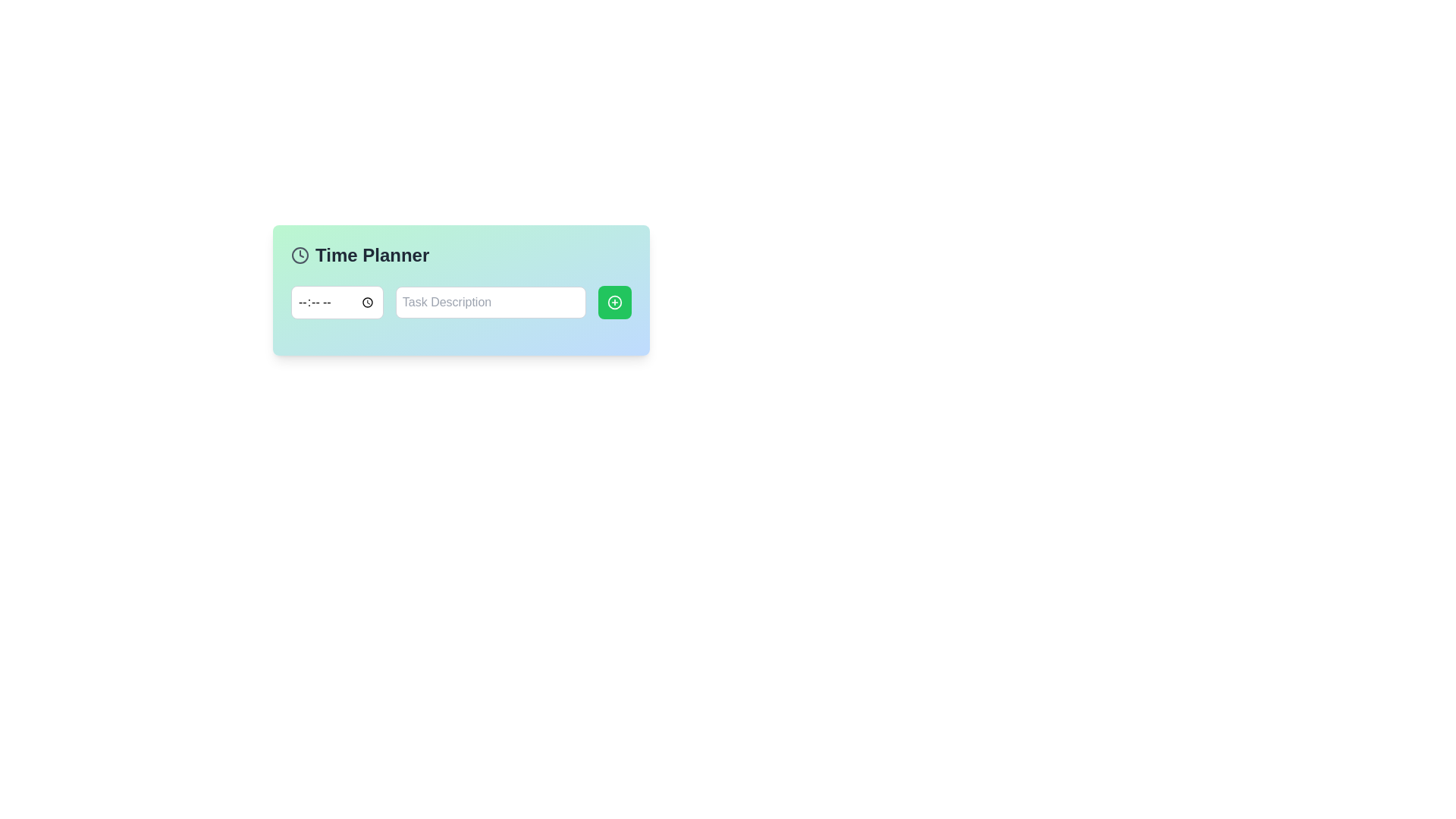 The image size is (1456, 819). Describe the element at coordinates (615, 302) in the screenshot. I see `the SVG circle component that decorates the '+' button in the 'Time Planner' widget, located at the right-hand side of the task description input field` at that location.